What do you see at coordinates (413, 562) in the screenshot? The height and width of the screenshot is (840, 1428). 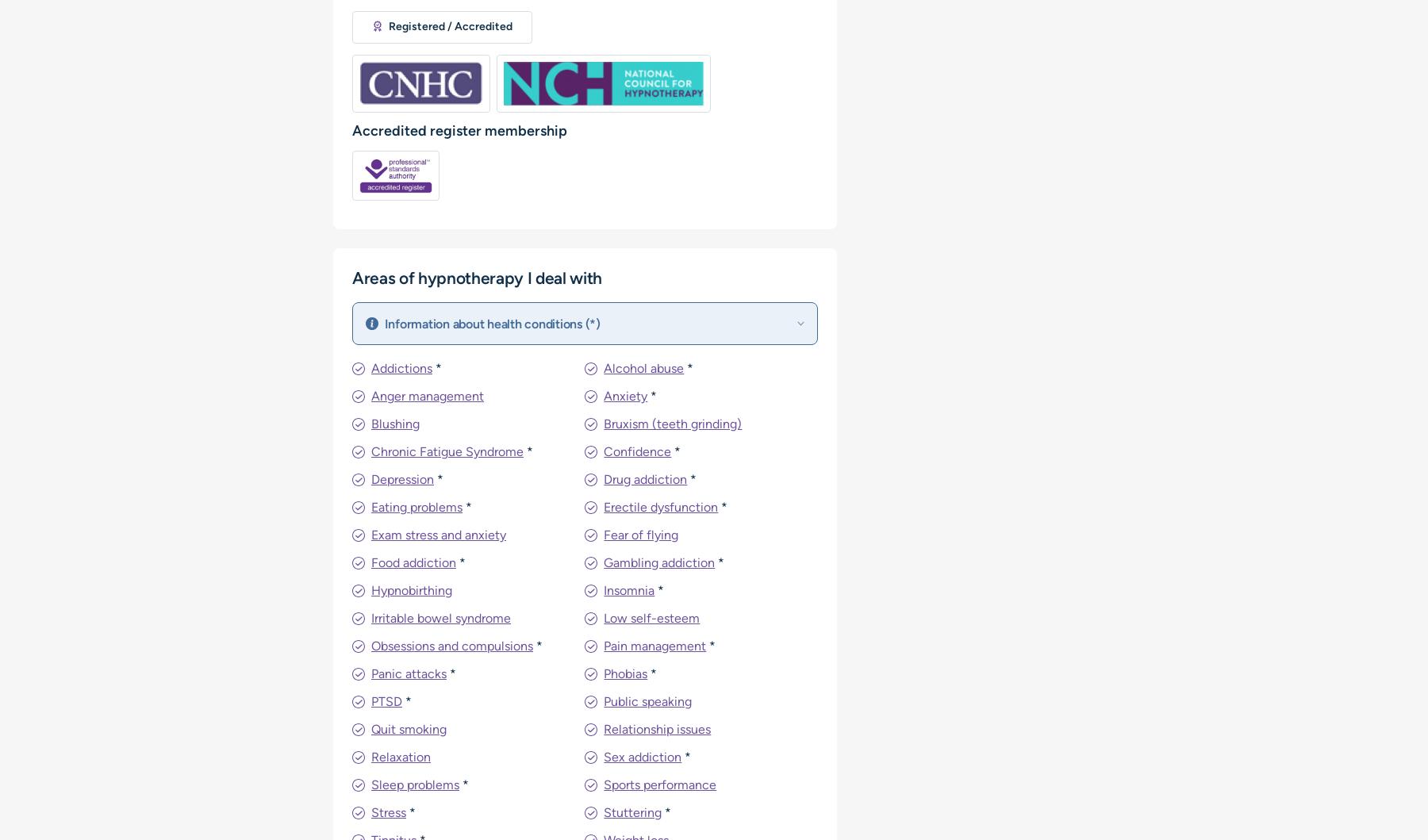 I see `'Food addiction'` at bounding box center [413, 562].